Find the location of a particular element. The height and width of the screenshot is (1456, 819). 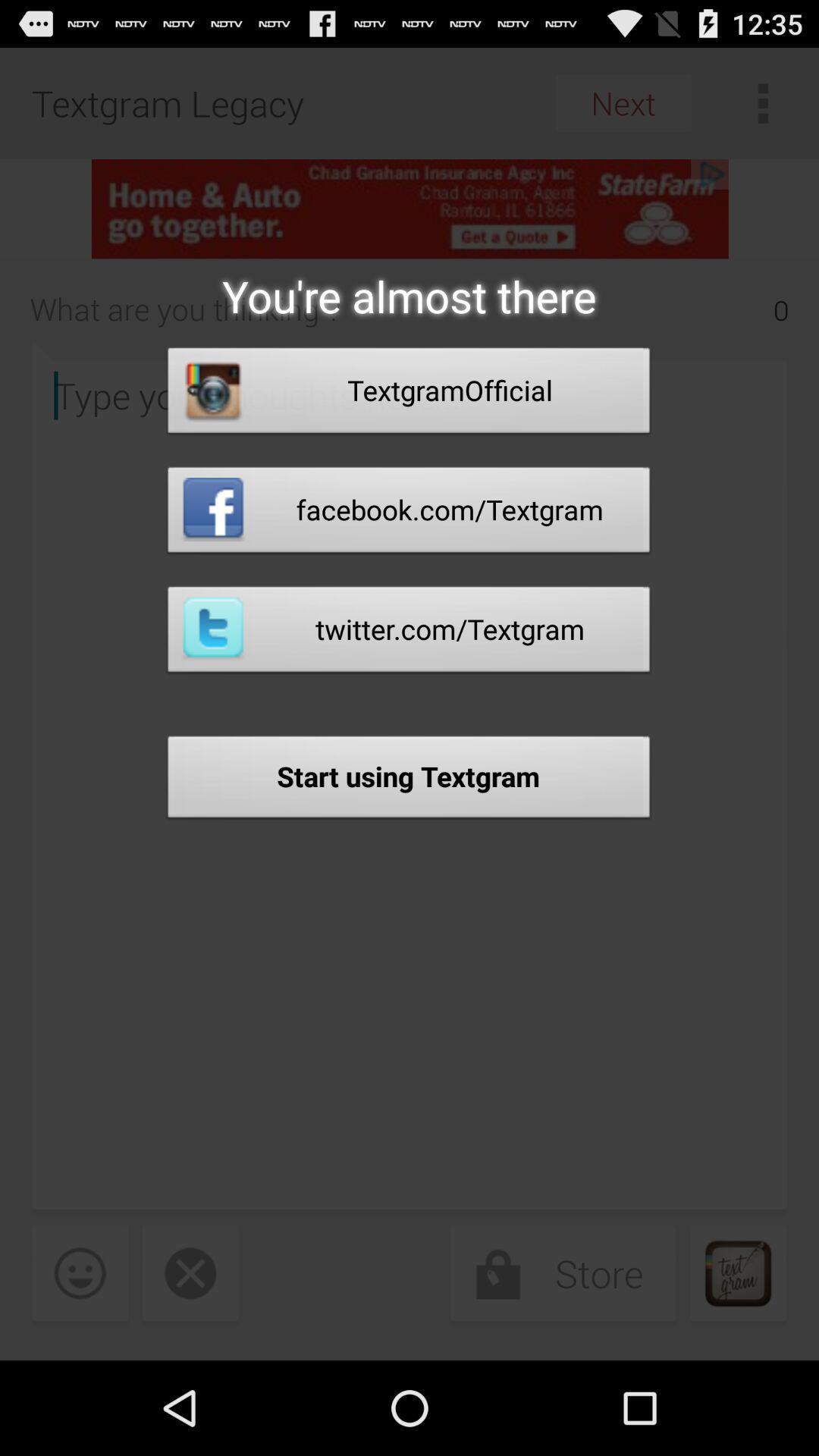

button below the twitter.com/textgram icon is located at coordinates (408, 781).